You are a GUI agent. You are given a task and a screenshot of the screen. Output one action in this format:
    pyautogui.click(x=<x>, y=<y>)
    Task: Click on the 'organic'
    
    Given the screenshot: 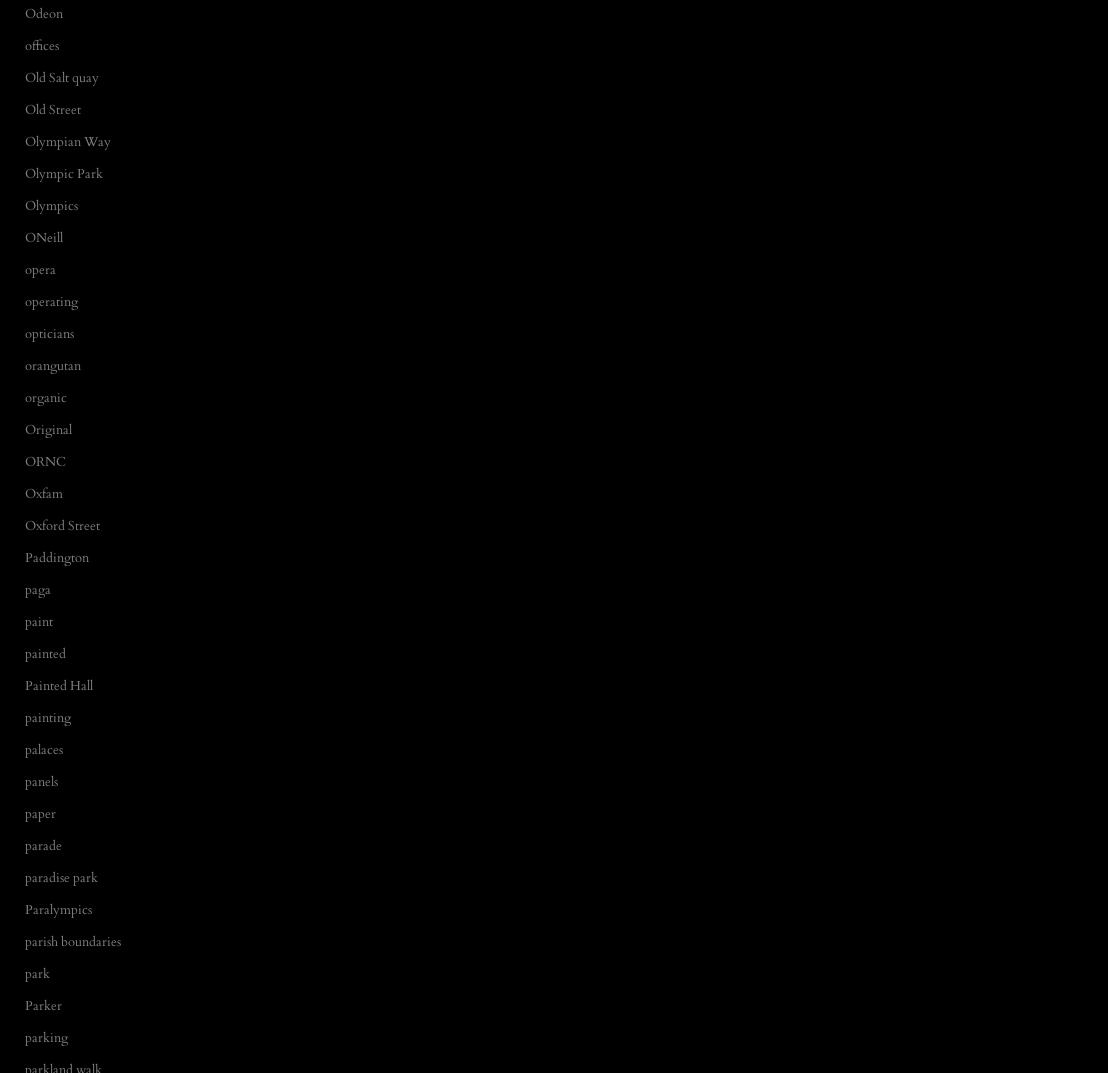 What is the action you would take?
    pyautogui.click(x=45, y=396)
    